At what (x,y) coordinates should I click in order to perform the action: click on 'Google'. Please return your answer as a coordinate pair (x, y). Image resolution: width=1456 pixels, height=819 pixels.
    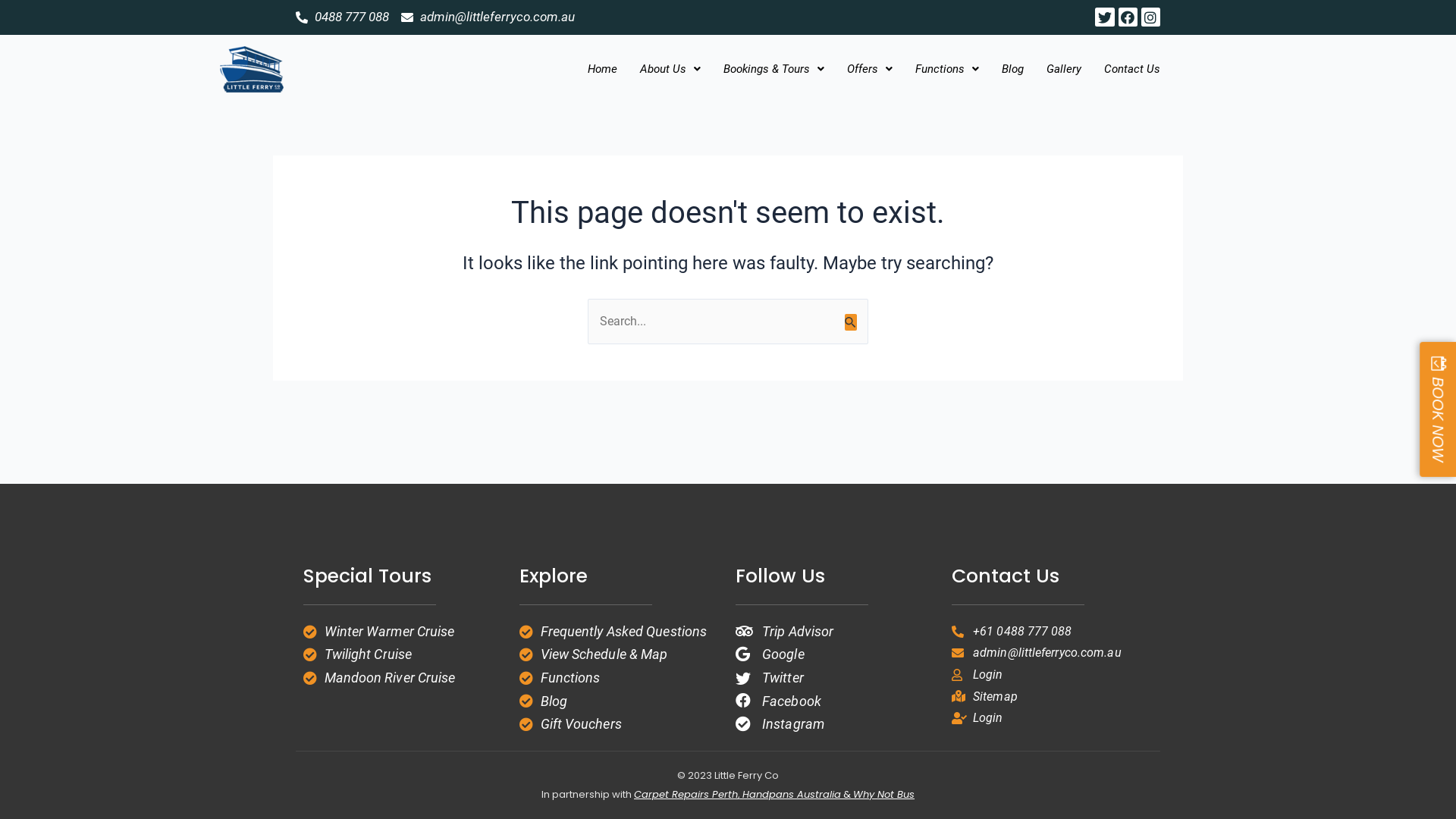
    Looking at the image, I should click on (835, 654).